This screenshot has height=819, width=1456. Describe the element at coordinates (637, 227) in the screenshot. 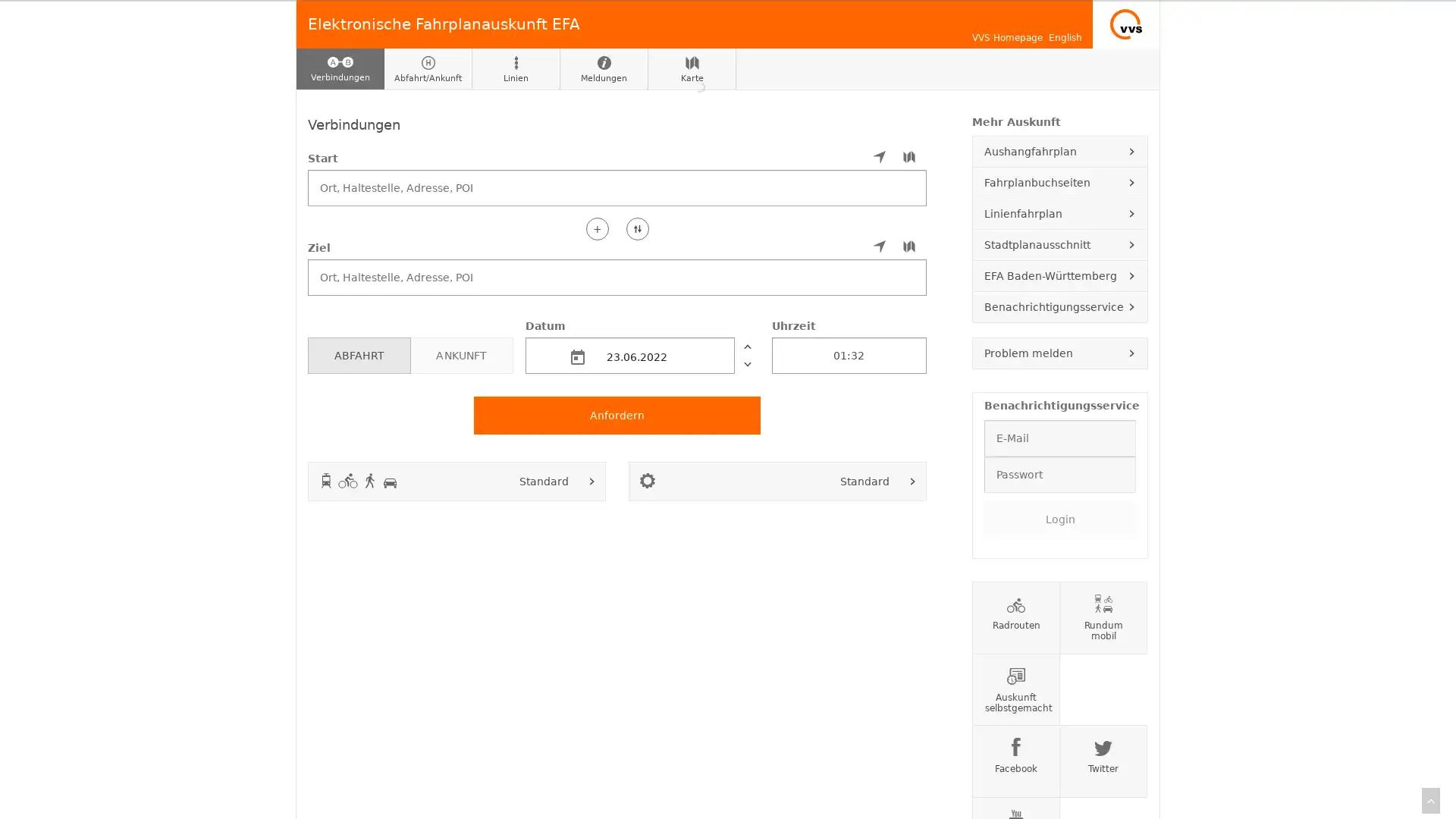

I see `Start und Ziel tauschen` at that location.